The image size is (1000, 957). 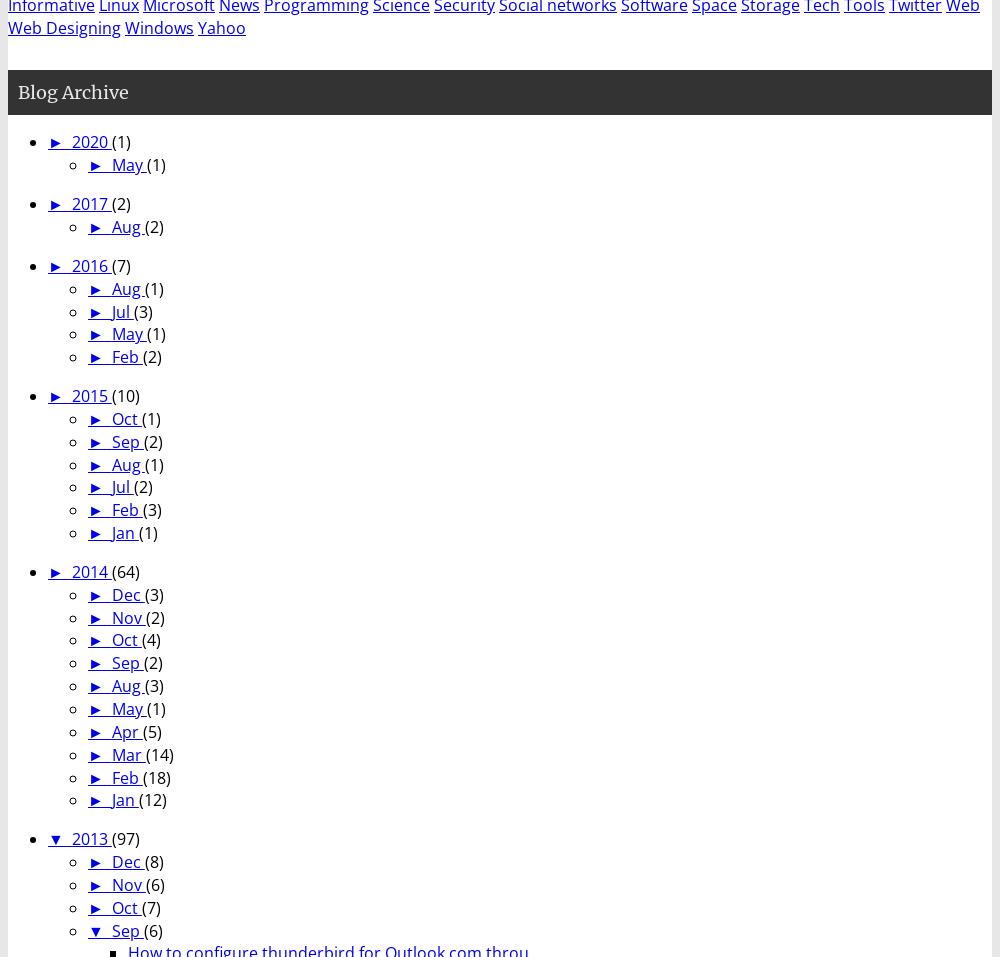 What do you see at coordinates (90, 263) in the screenshot?
I see `'2016'` at bounding box center [90, 263].